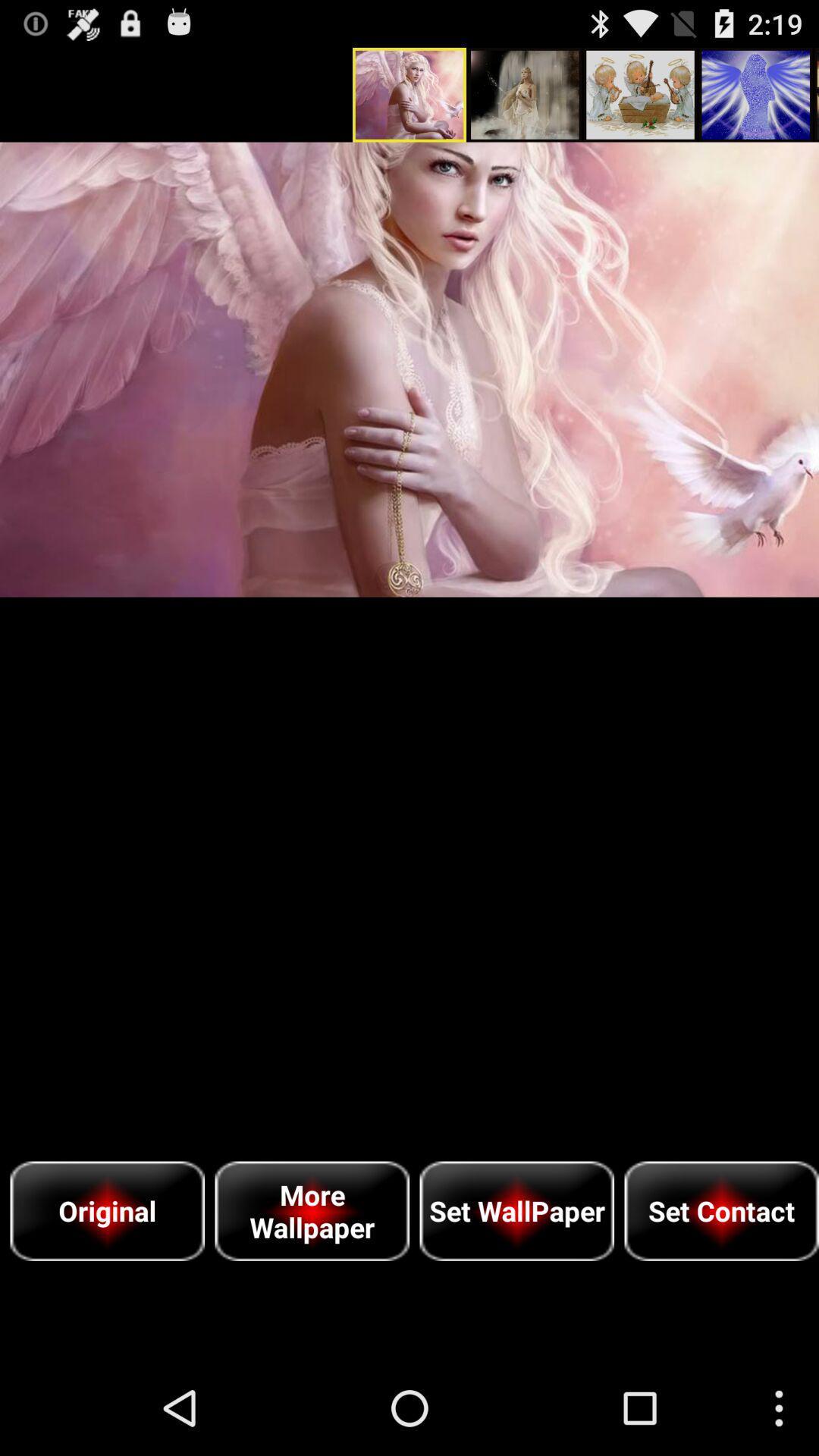 The height and width of the screenshot is (1456, 819). I want to click on item next to the set contact item, so click(516, 1210).